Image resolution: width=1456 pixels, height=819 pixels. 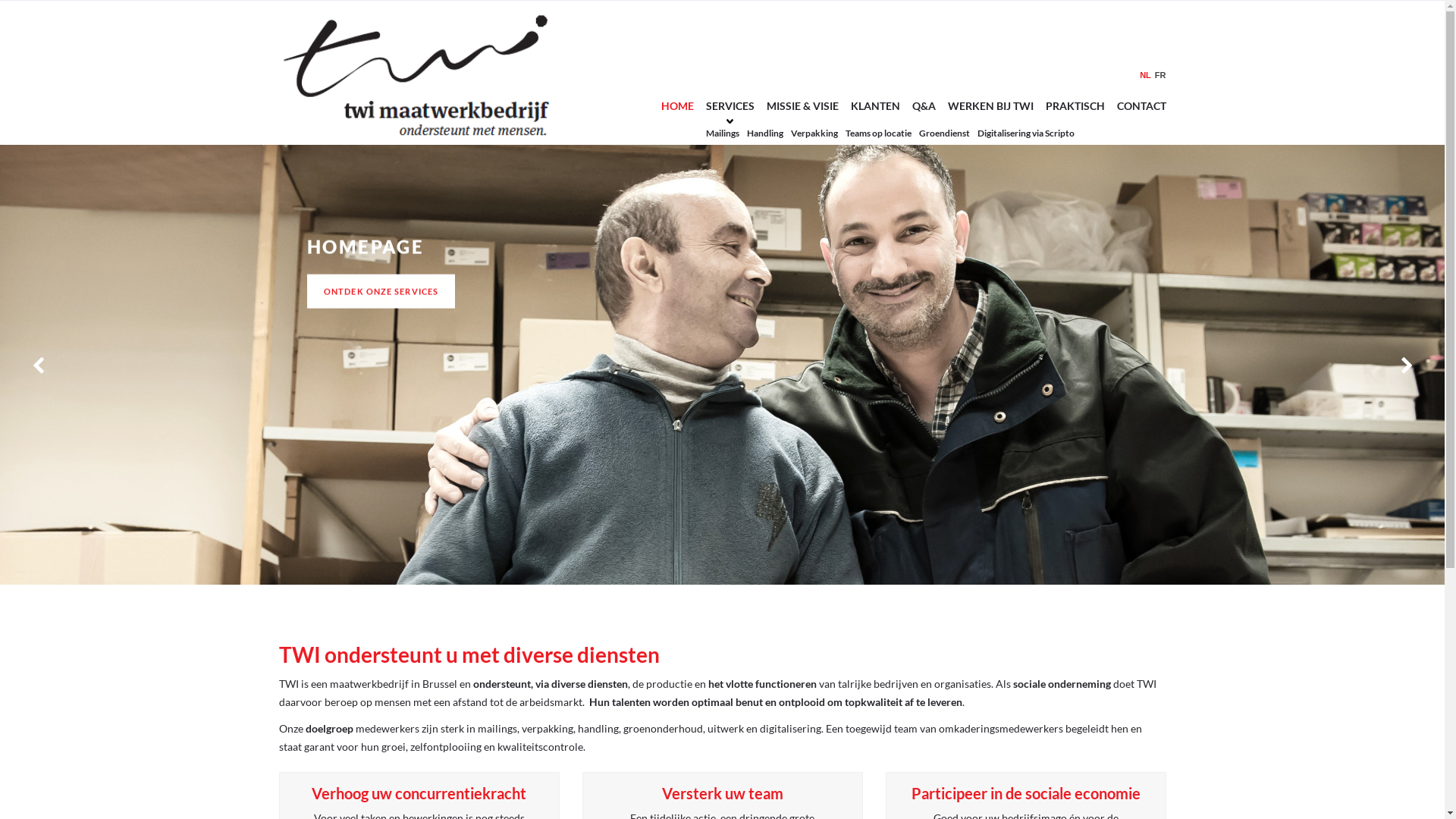 What do you see at coordinates (419, 73) in the screenshot?
I see `'TWI - '` at bounding box center [419, 73].